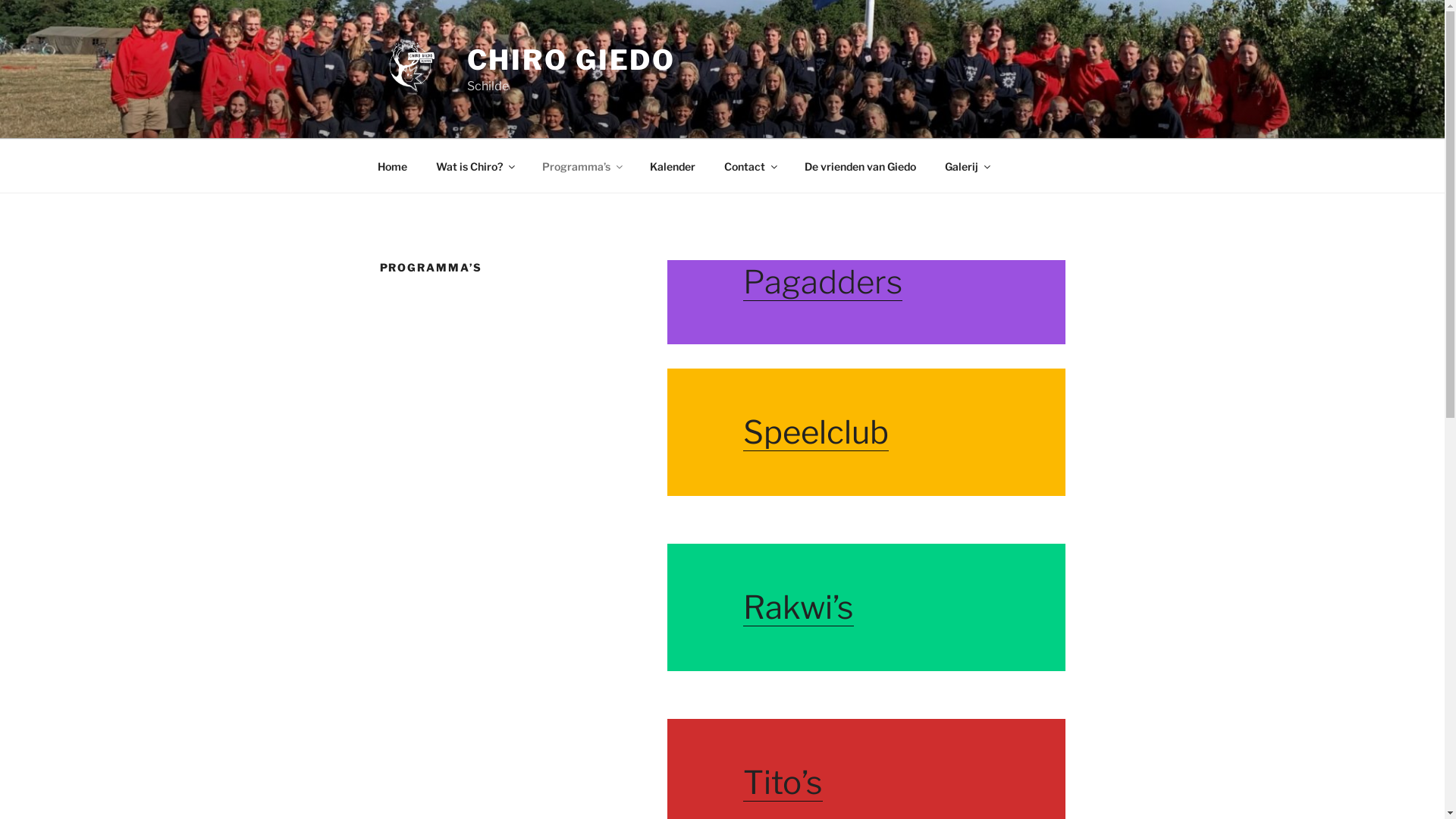 The image size is (1456, 819). What do you see at coordinates (570, 58) in the screenshot?
I see `'CHIRO GIEDO'` at bounding box center [570, 58].